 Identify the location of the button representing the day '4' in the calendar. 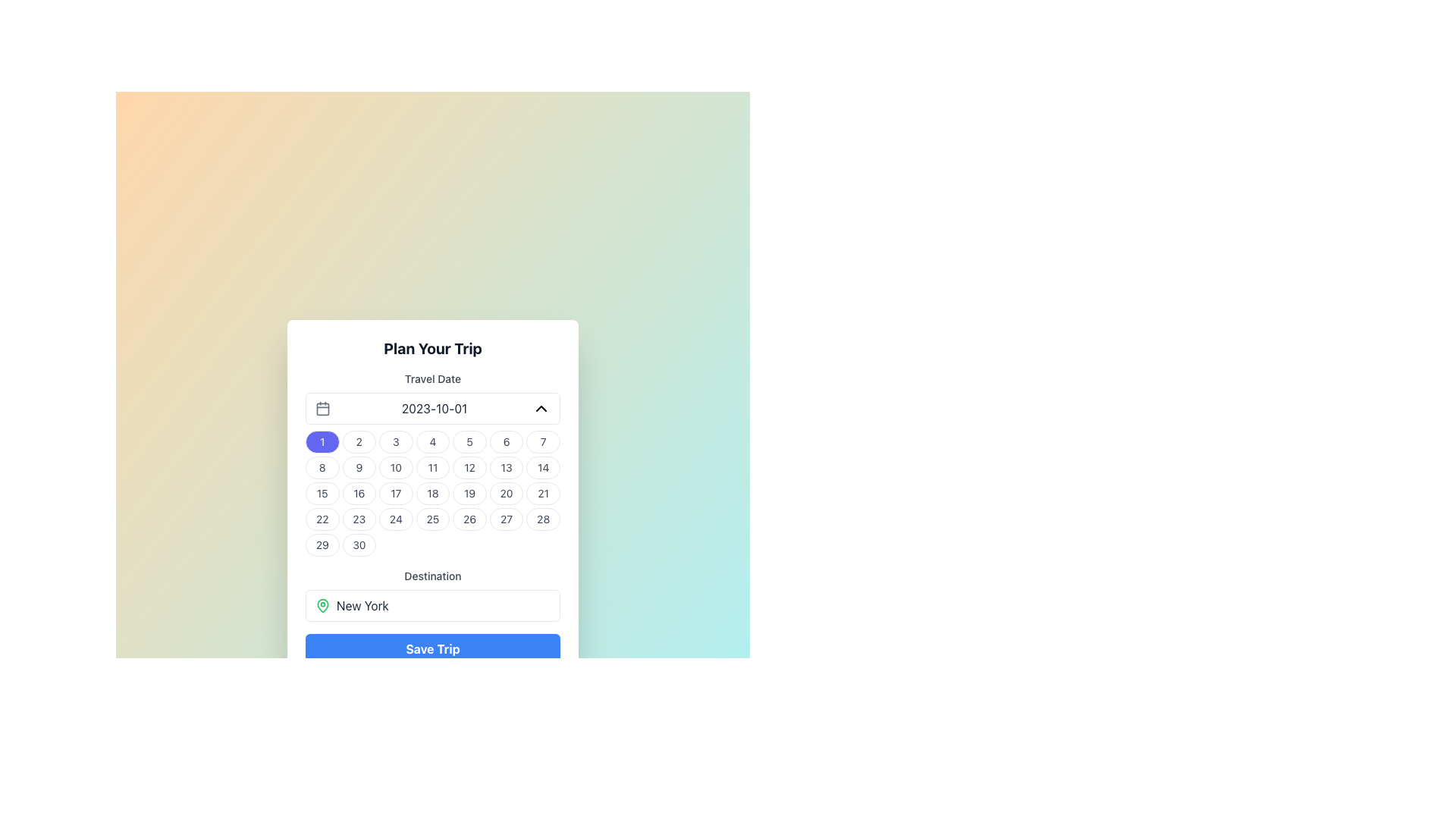
(432, 441).